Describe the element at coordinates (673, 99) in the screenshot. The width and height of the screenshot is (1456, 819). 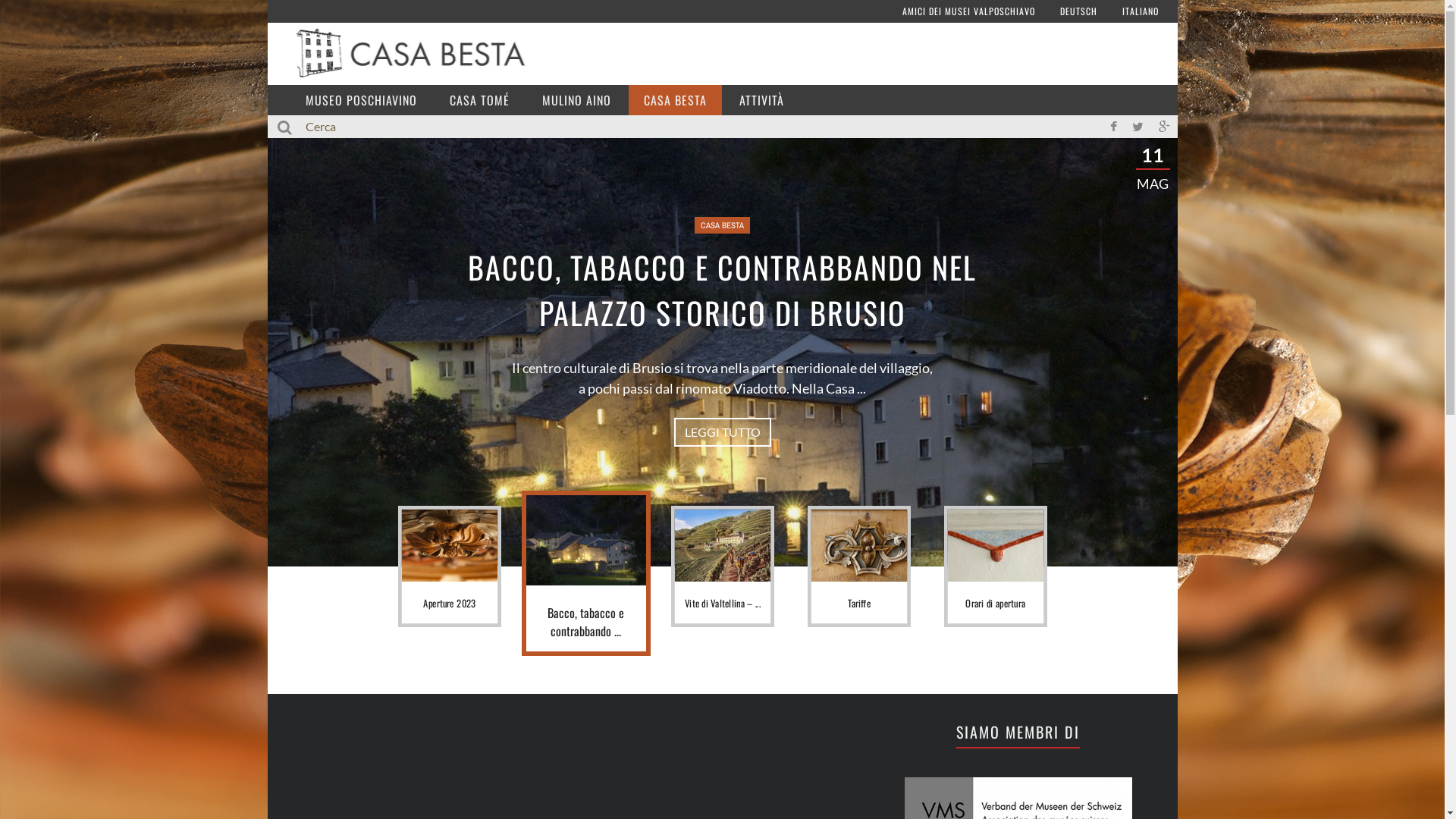
I see `'CASA BESTA'` at that location.